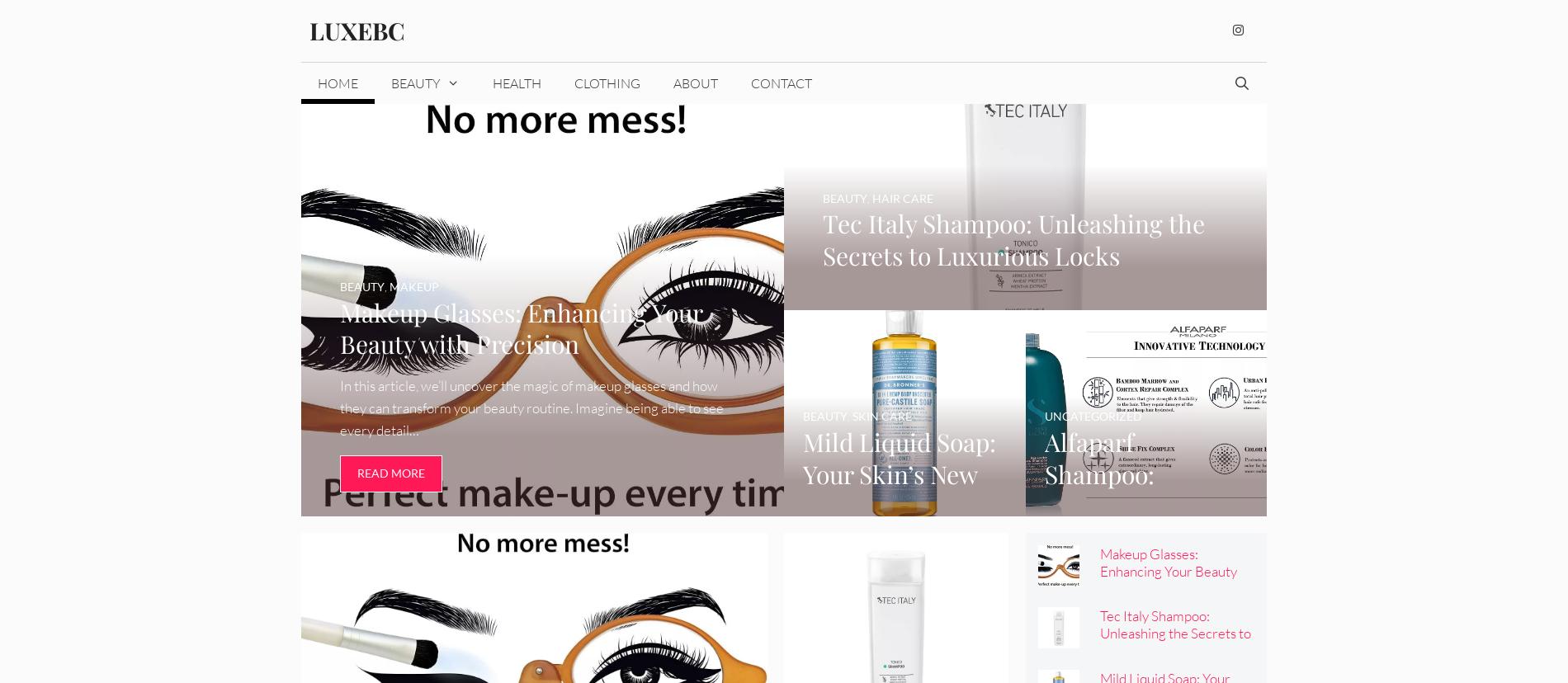 The height and width of the screenshot is (683, 1568). Describe the element at coordinates (900, 473) in the screenshot. I see `'Mild Liquid Soap: Your Skin’s New Best Friend'` at that location.